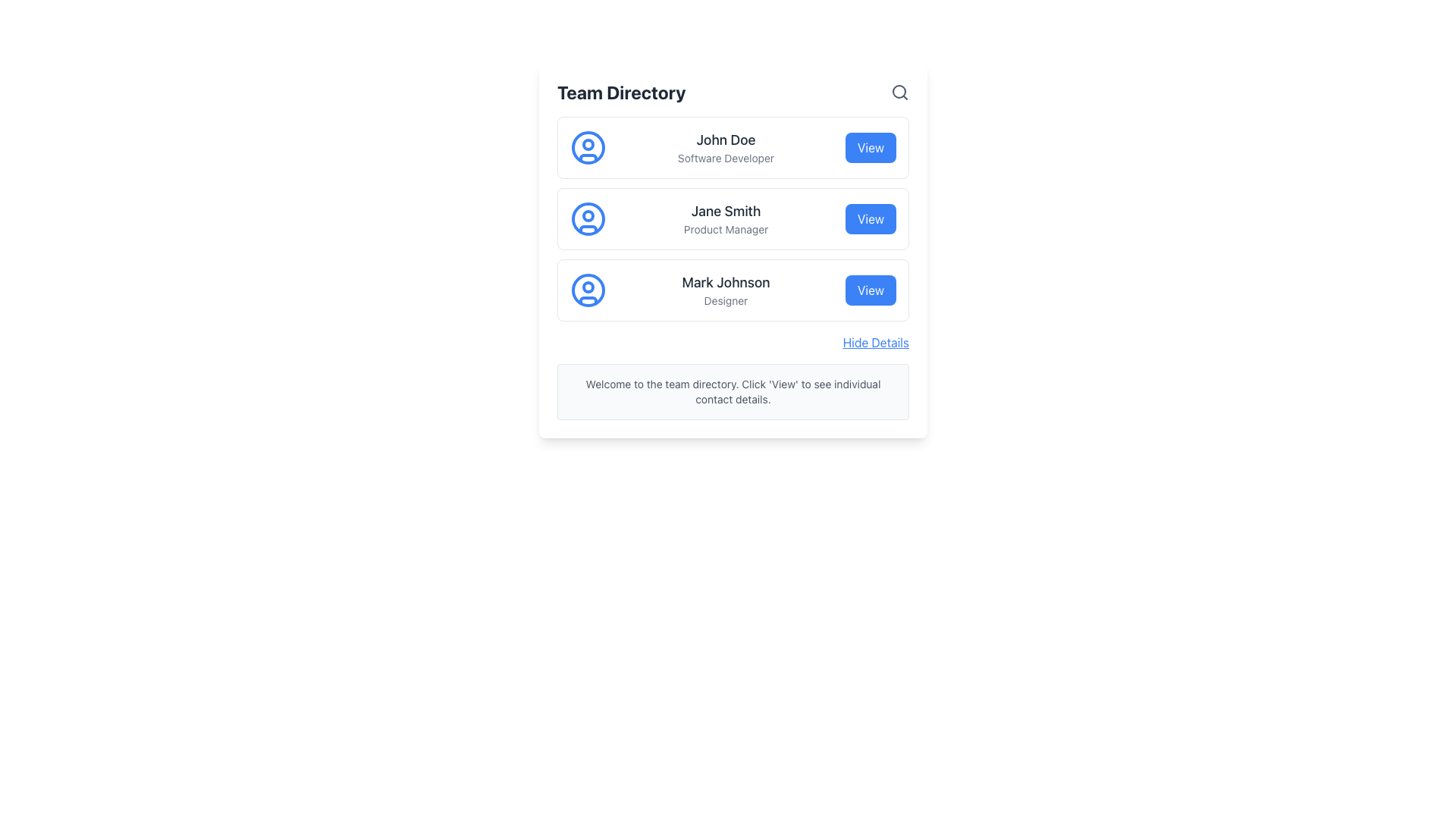  Describe the element at coordinates (733, 391) in the screenshot. I see `the informational text block that provides details about the 'View' buttons in the team directory interface, located below the 'Hide Details' link` at that location.